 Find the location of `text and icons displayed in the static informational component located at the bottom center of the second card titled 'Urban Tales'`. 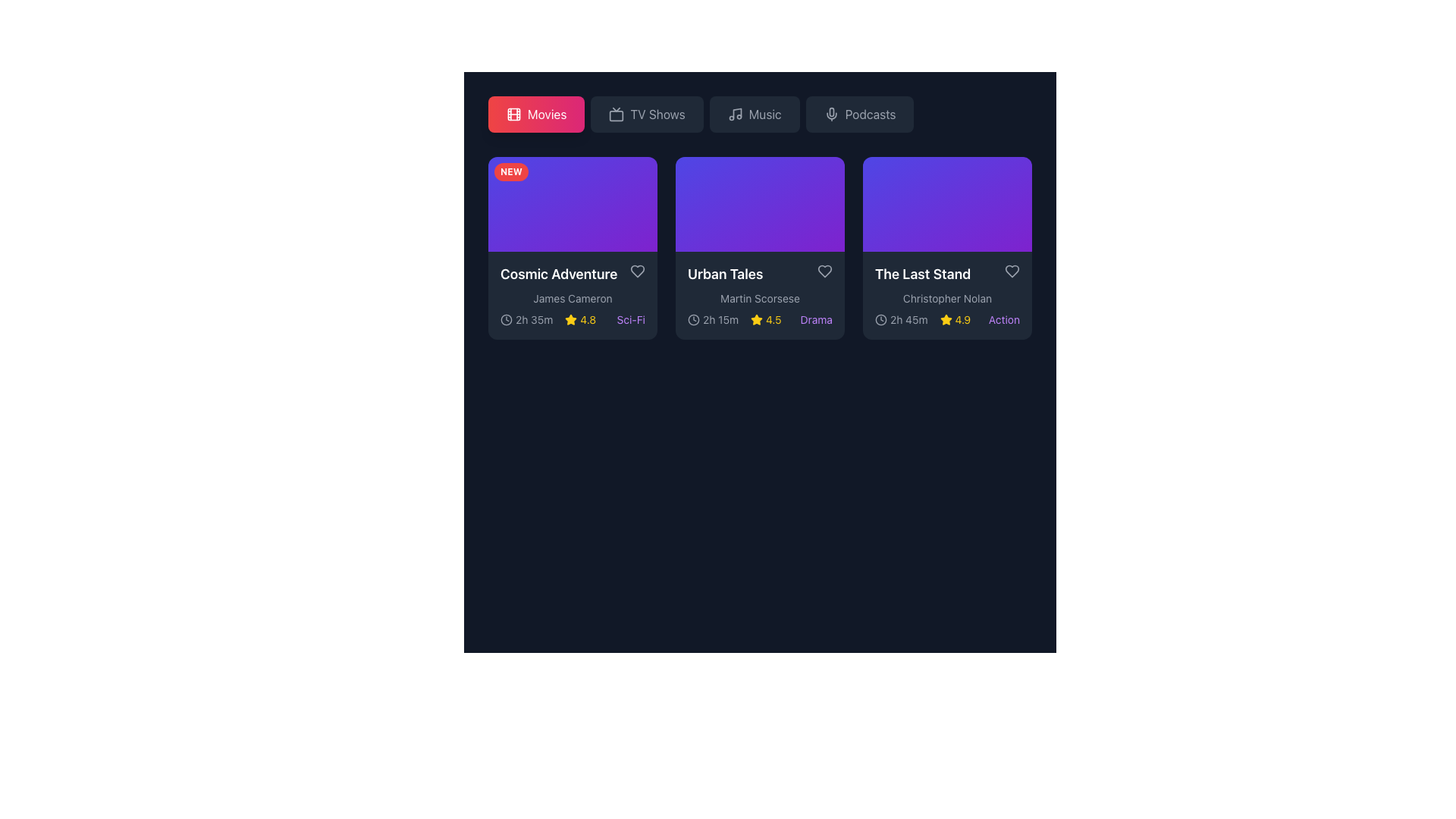

text and icons displayed in the static informational component located at the bottom center of the second card titled 'Urban Tales' is located at coordinates (734, 319).